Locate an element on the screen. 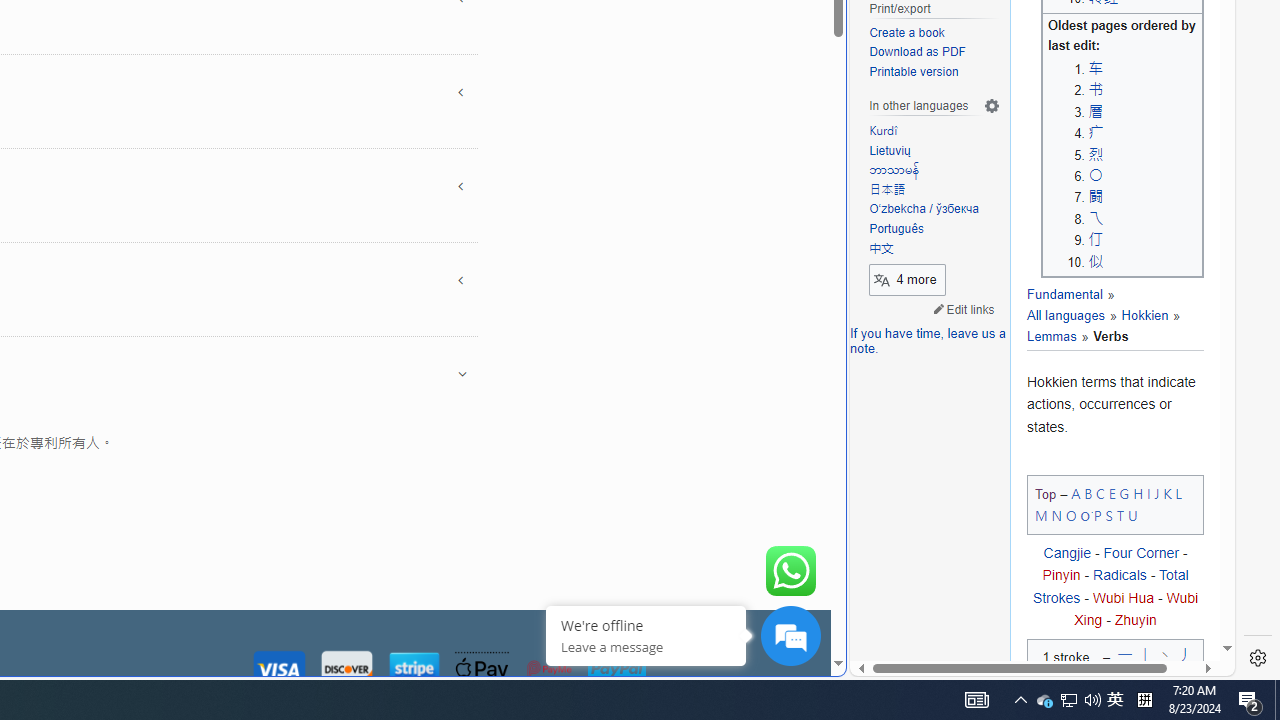 The height and width of the screenshot is (720, 1280). 'All languages' is located at coordinates (1065, 315).